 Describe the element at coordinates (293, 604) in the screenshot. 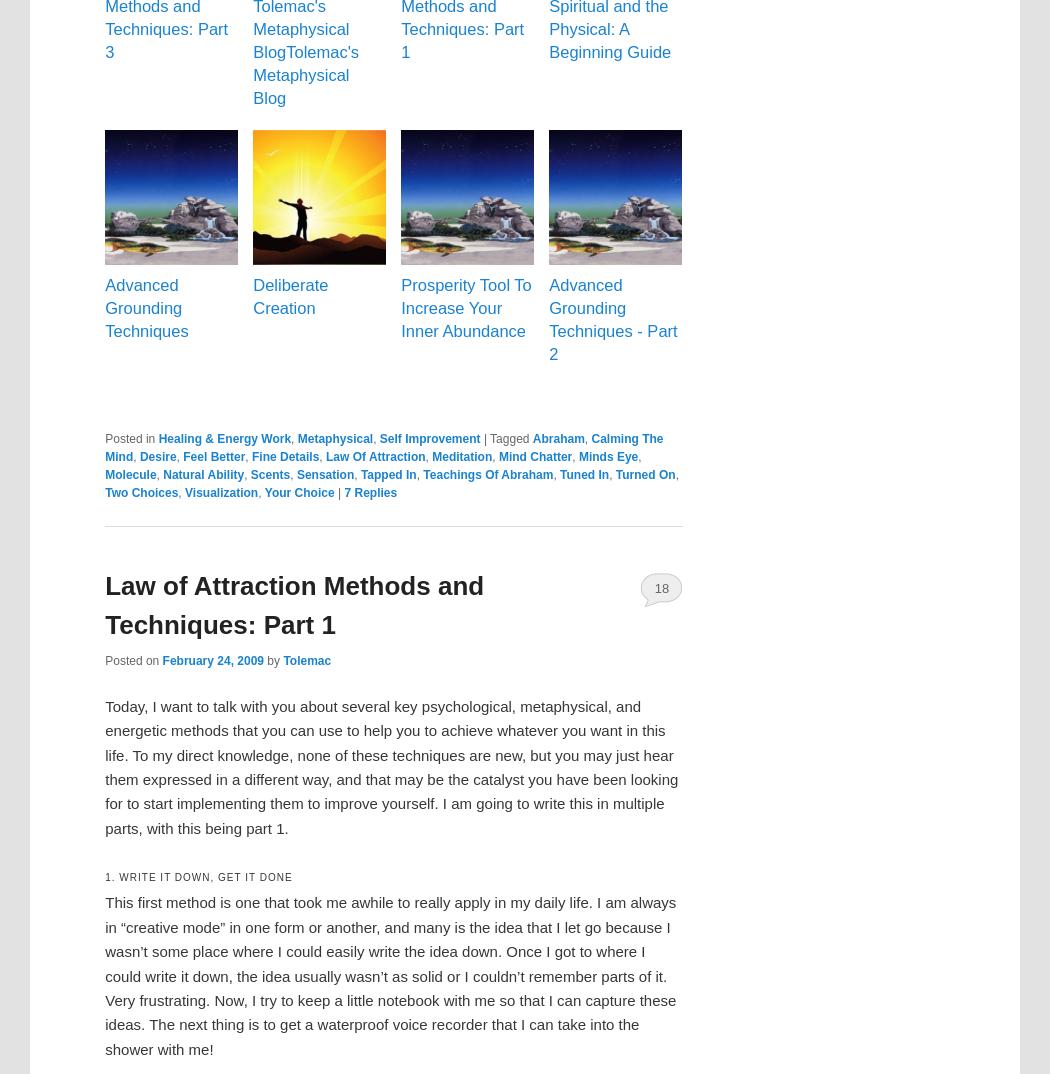

I see `'Law of Attraction Methods and Techniques: Part 1'` at that location.